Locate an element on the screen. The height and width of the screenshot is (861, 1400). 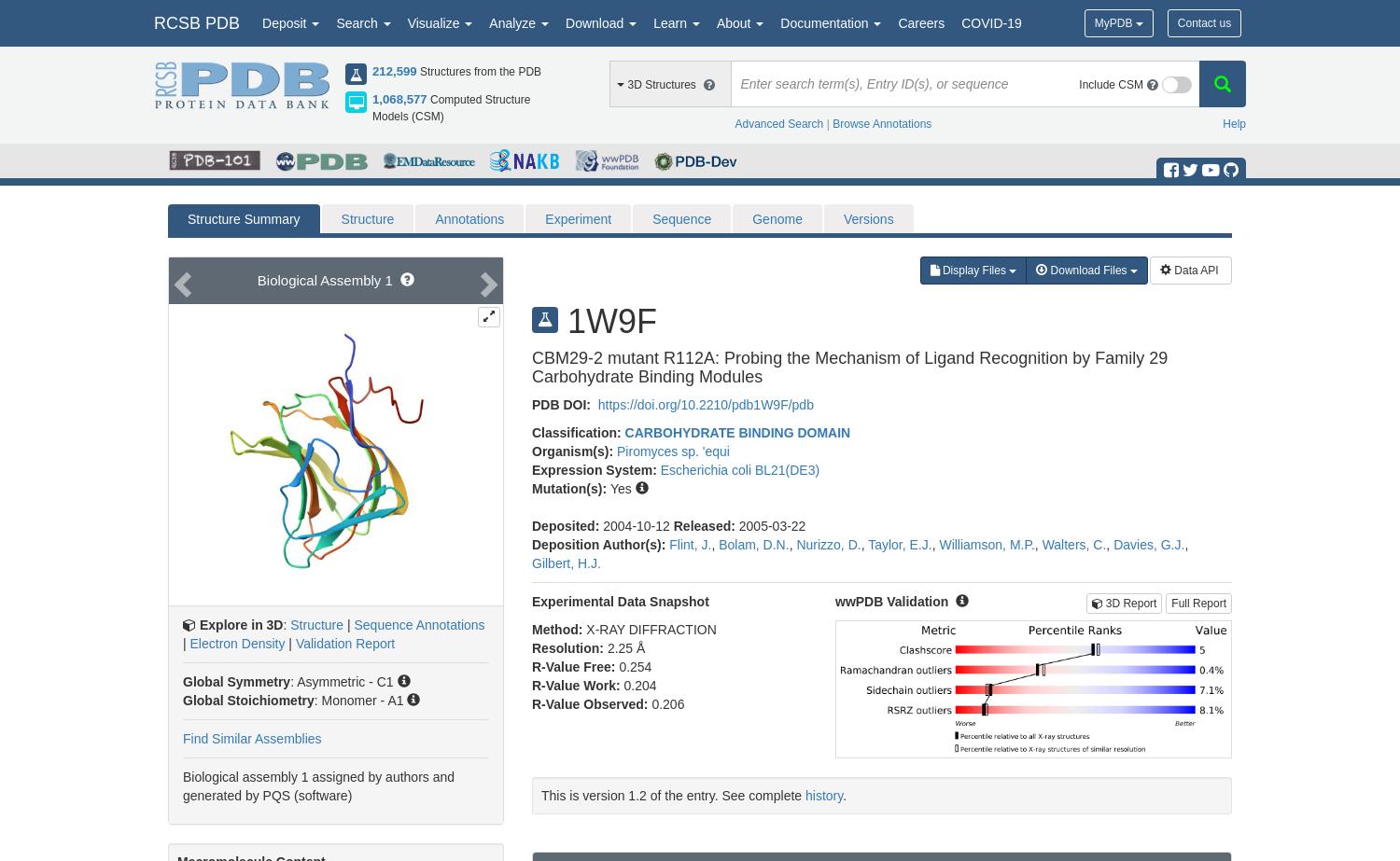
'Organism(s):' is located at coordinates (573, 451).